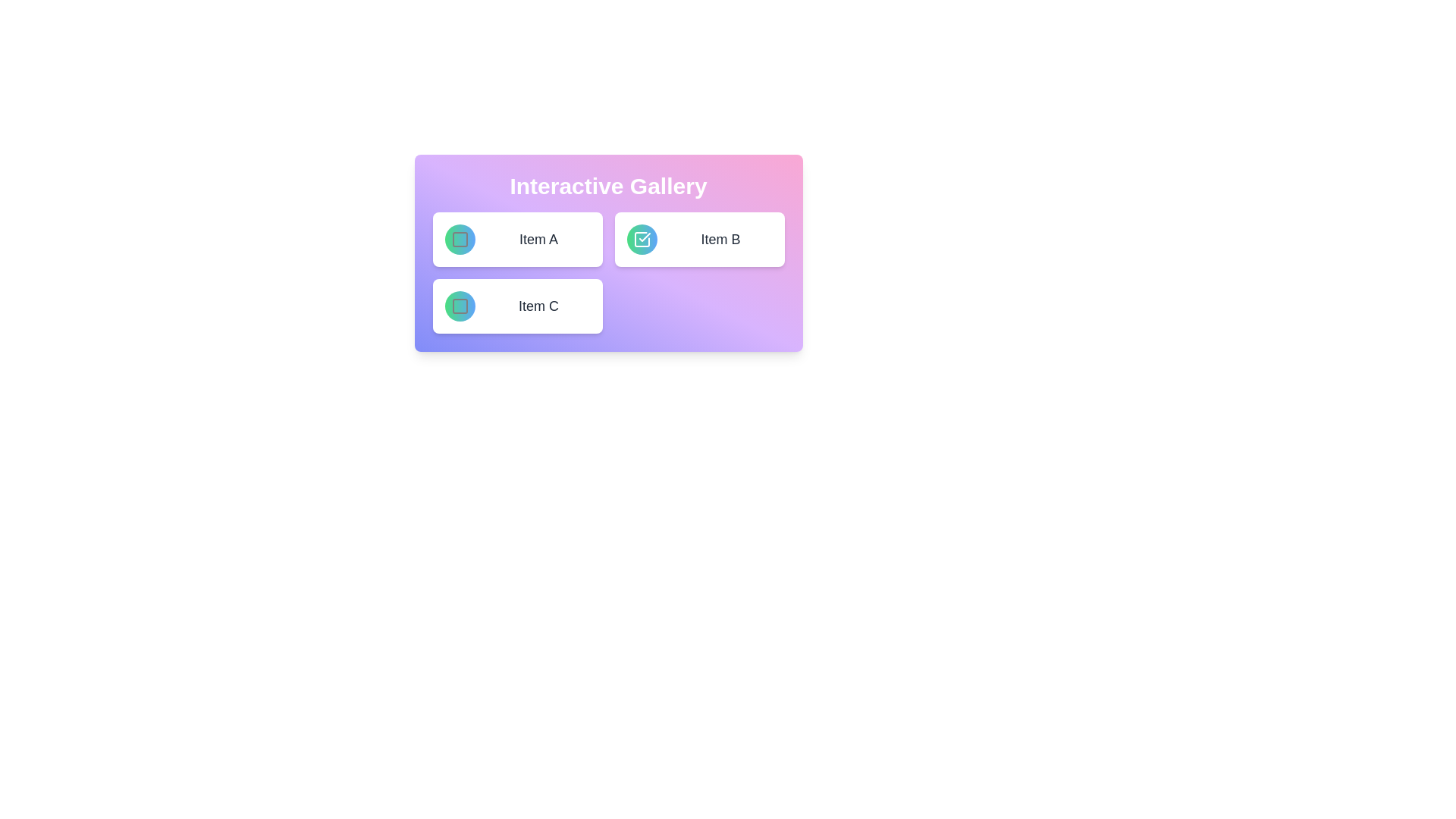  I want to click on the inner square icon with a gray border located inside the circular button of 'Item C' in the 'Interactive Gallery' interface, so click(459, 306).